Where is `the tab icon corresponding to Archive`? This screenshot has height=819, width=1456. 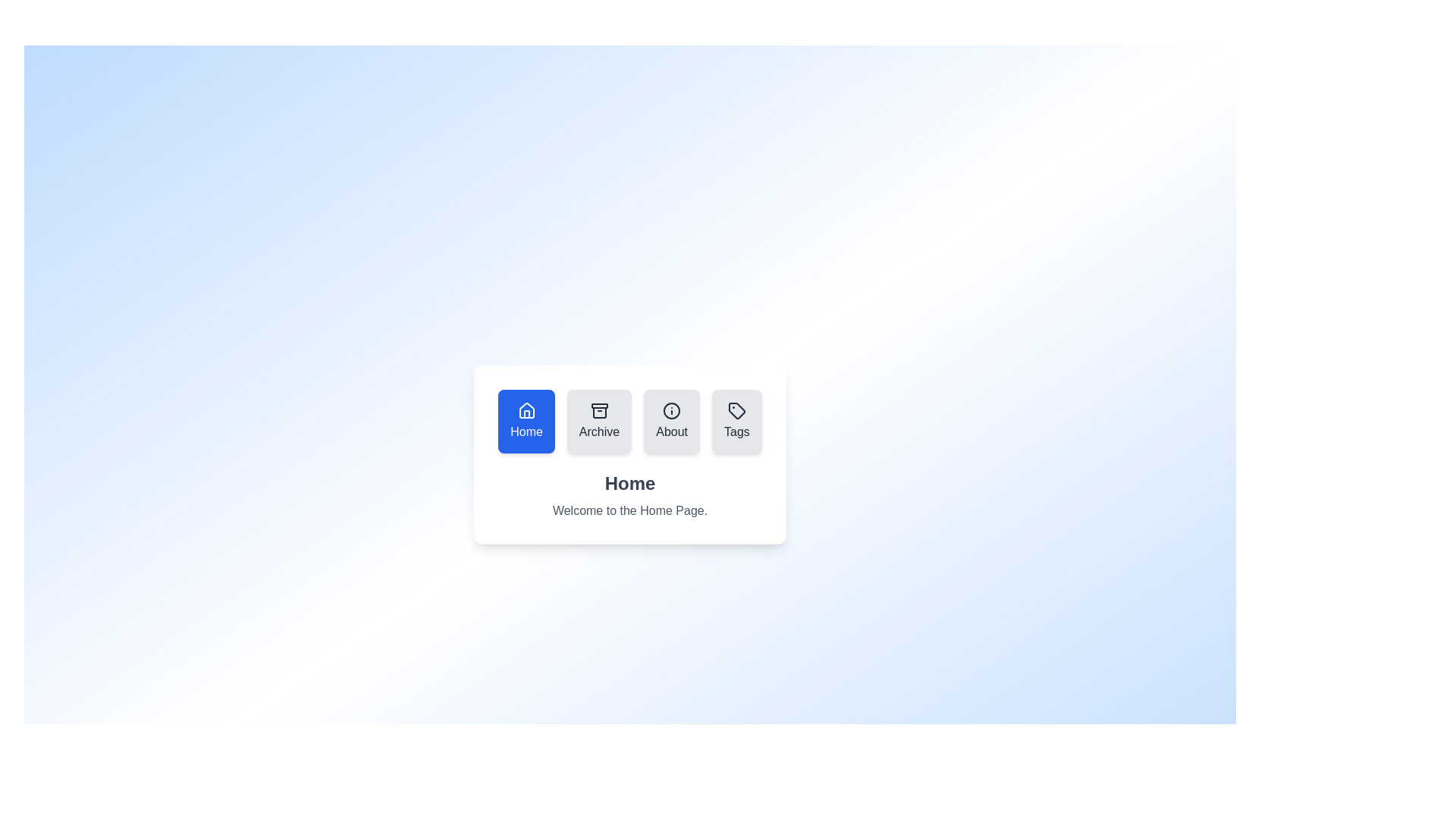
the tab icon corresponding to Archive is located at coordinates (598, 421).